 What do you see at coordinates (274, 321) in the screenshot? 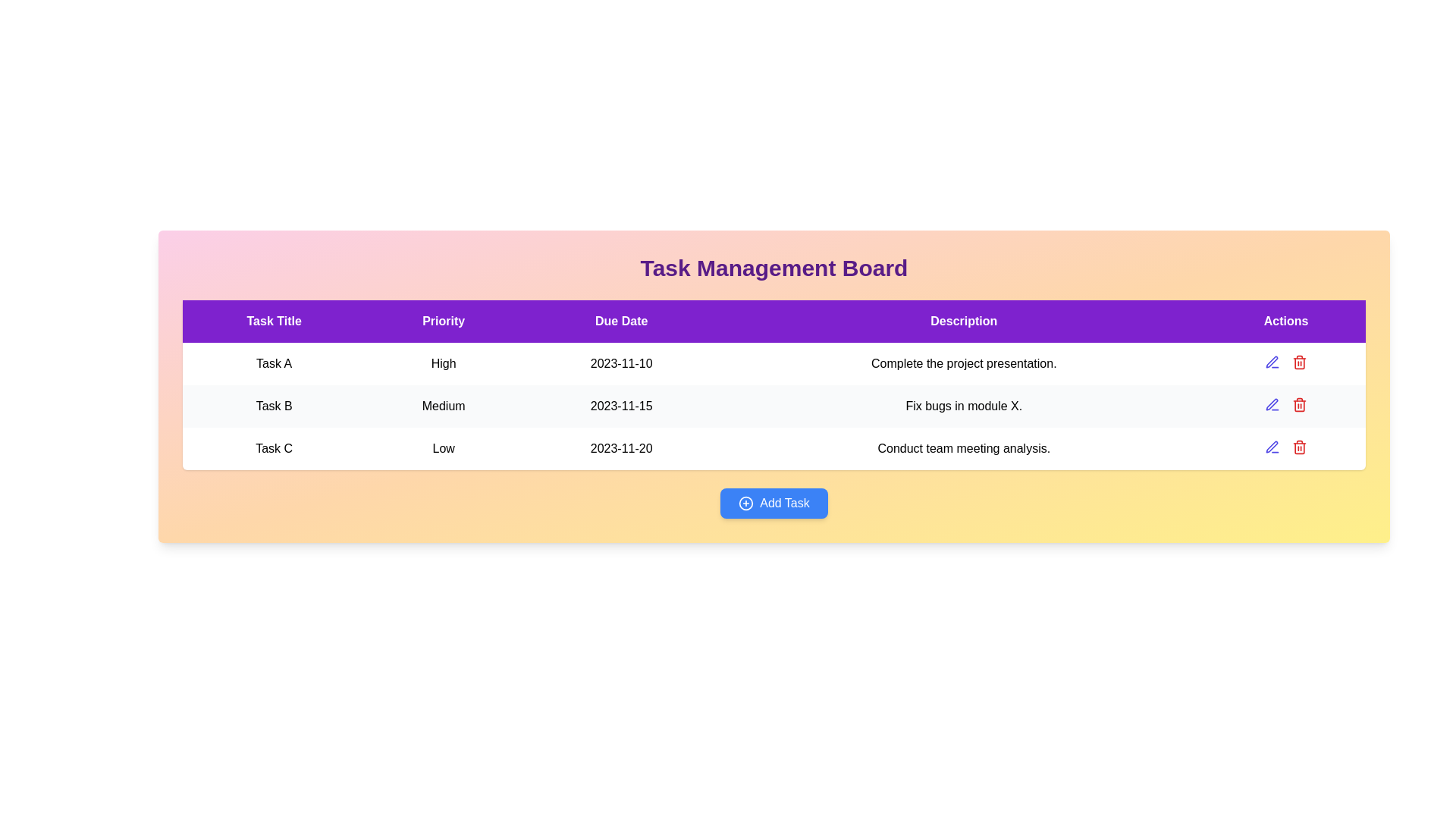
I see `the Static text header element labeled 'Task Title', which is centered in a purple background and located at the top-left of the table header` at bounding box center [274, 321].